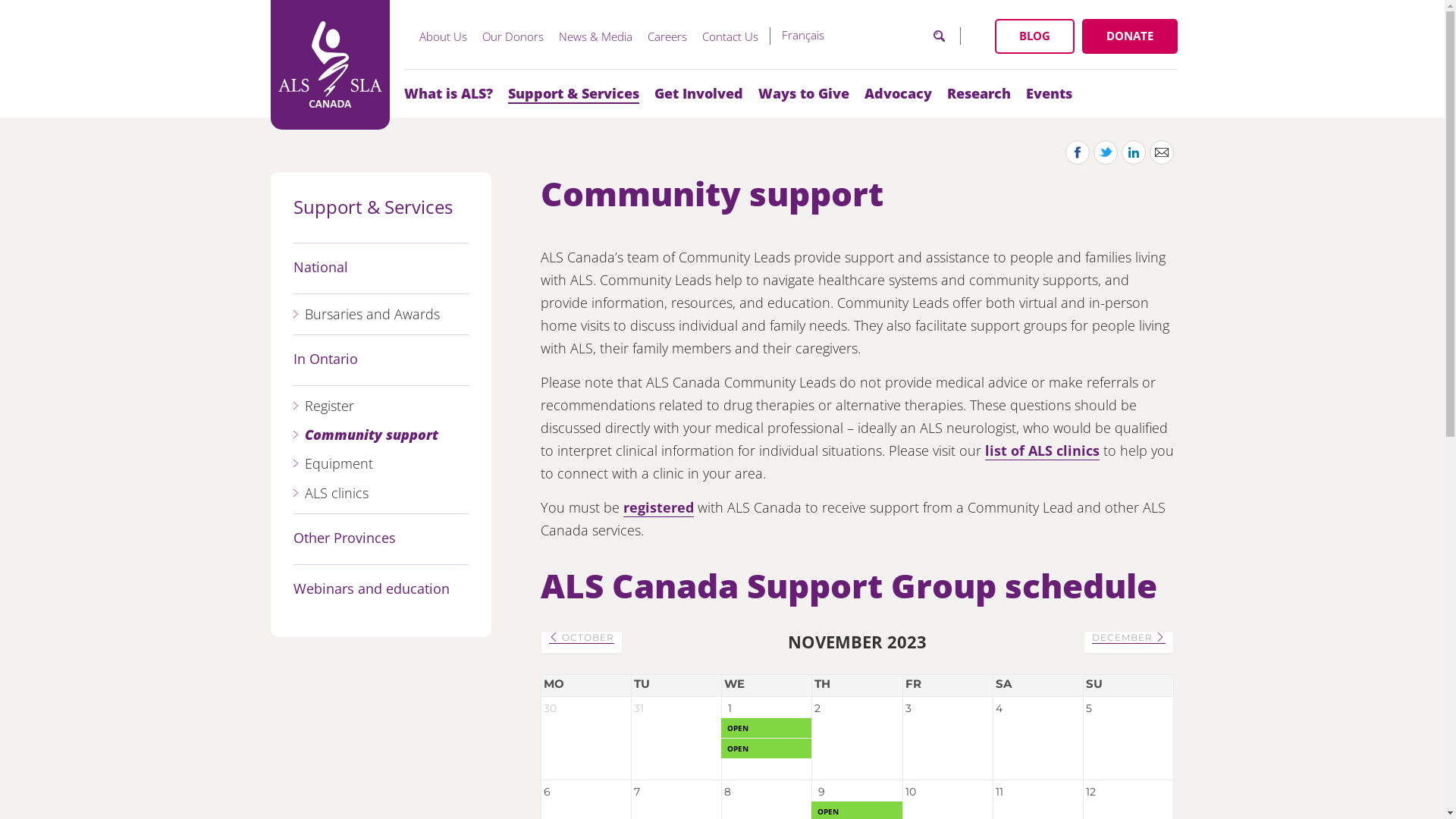 This screenshot has height=819, width=1456. What do you see at coordinates (803, 93) in the screenshot?
I see `'Ways to Give'` at bounding box center [803, 93].